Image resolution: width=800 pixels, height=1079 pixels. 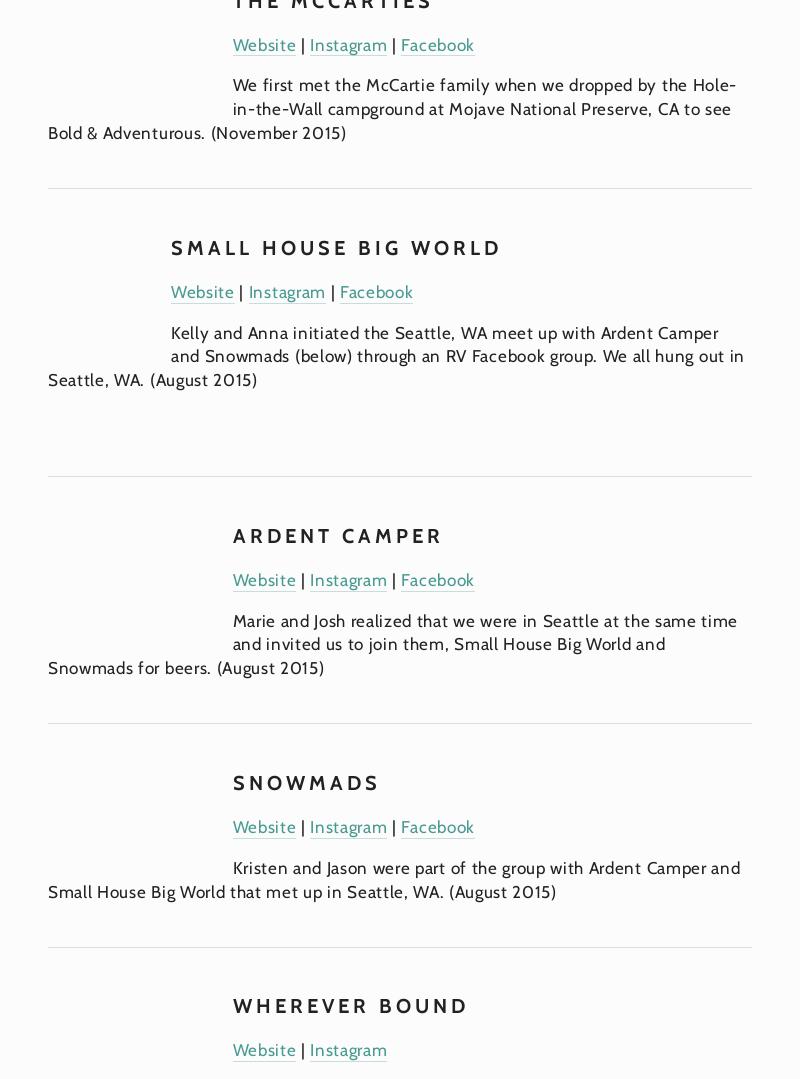 What do you see at coordinates (337, 534) in the screenshot?
I see `'Ardent Camper'` at bounding box center [337, 534].